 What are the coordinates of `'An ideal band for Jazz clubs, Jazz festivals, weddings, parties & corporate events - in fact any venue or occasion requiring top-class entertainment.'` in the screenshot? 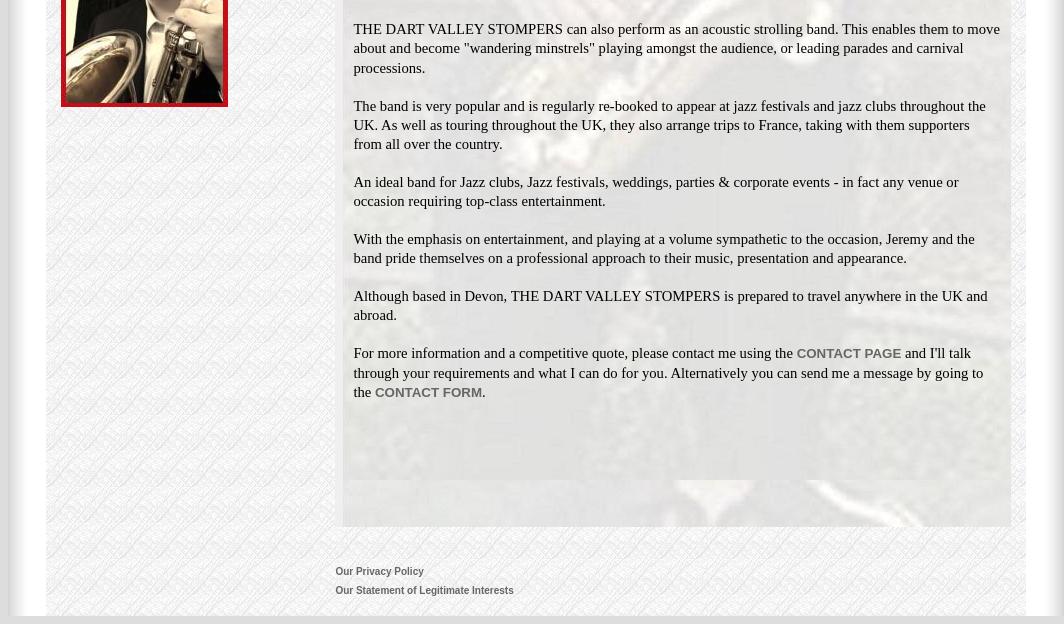 It's located at (353, 189).